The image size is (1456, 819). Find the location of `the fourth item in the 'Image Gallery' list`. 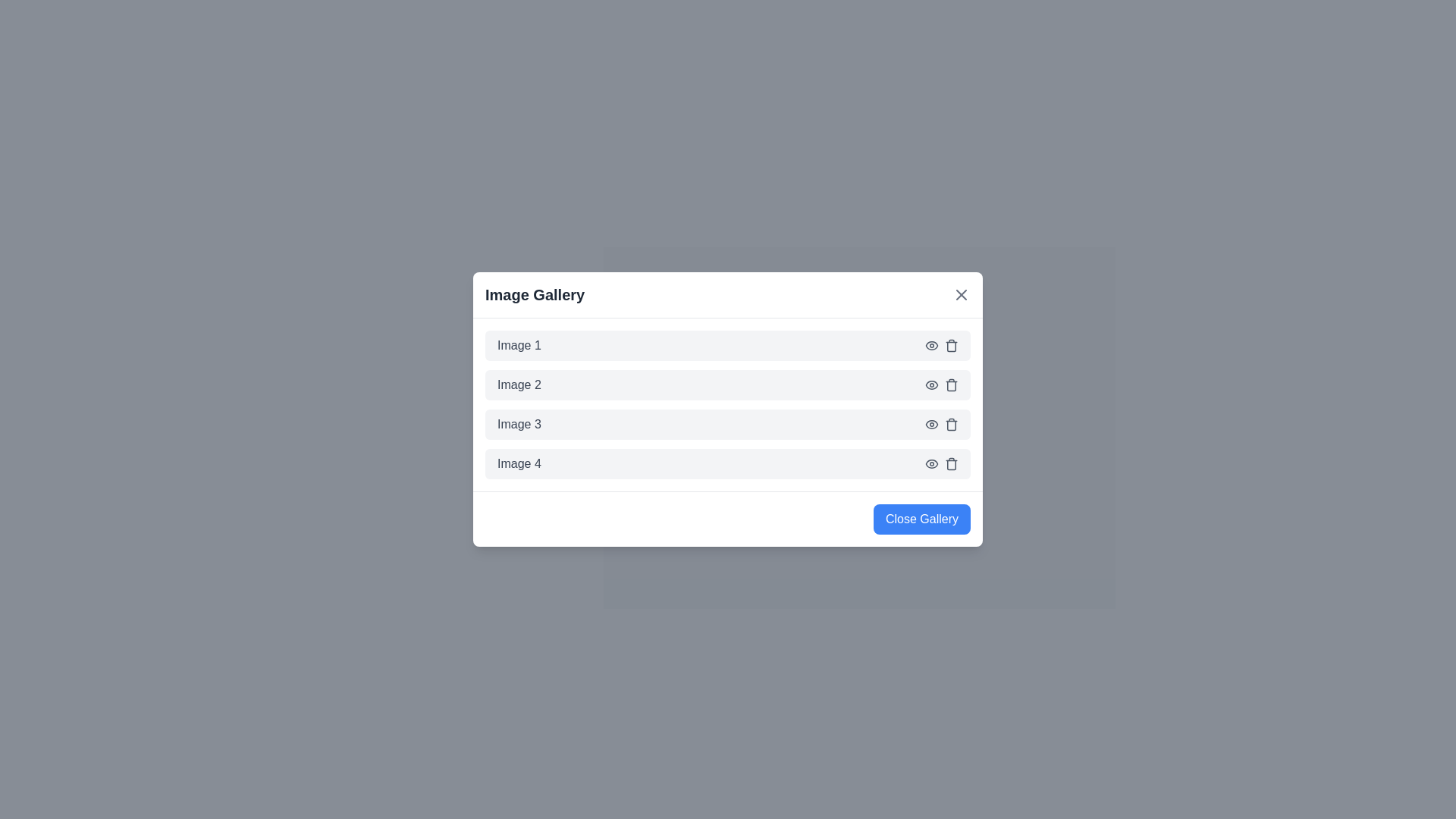

the fourth item in the 'Image Gallery' list is located at coordinates (728, 463).